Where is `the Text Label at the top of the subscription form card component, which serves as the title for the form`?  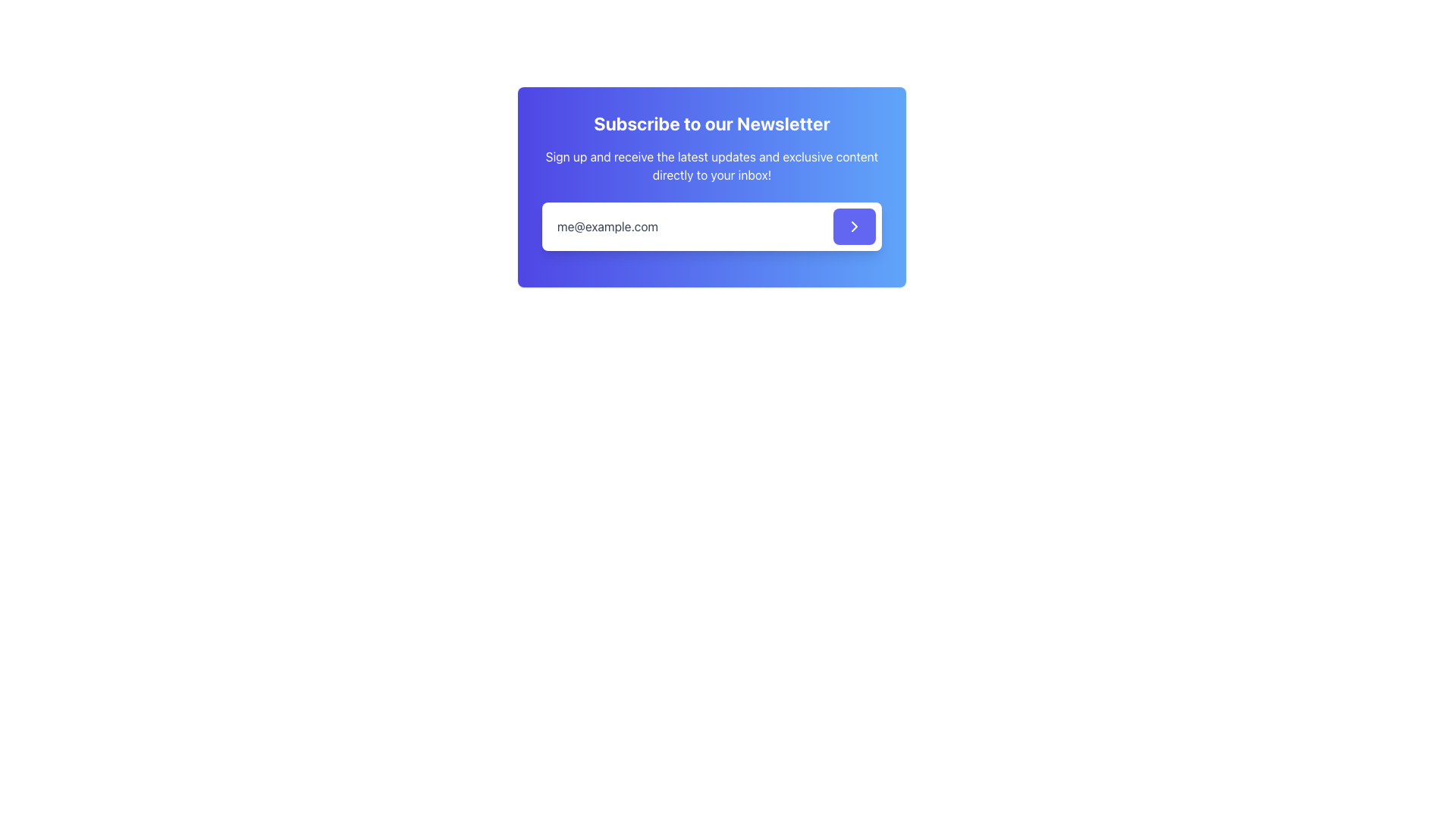 the Text Label at the top of the subscription form card component, which serves as the title for the form is located at coordinates (711, 122).